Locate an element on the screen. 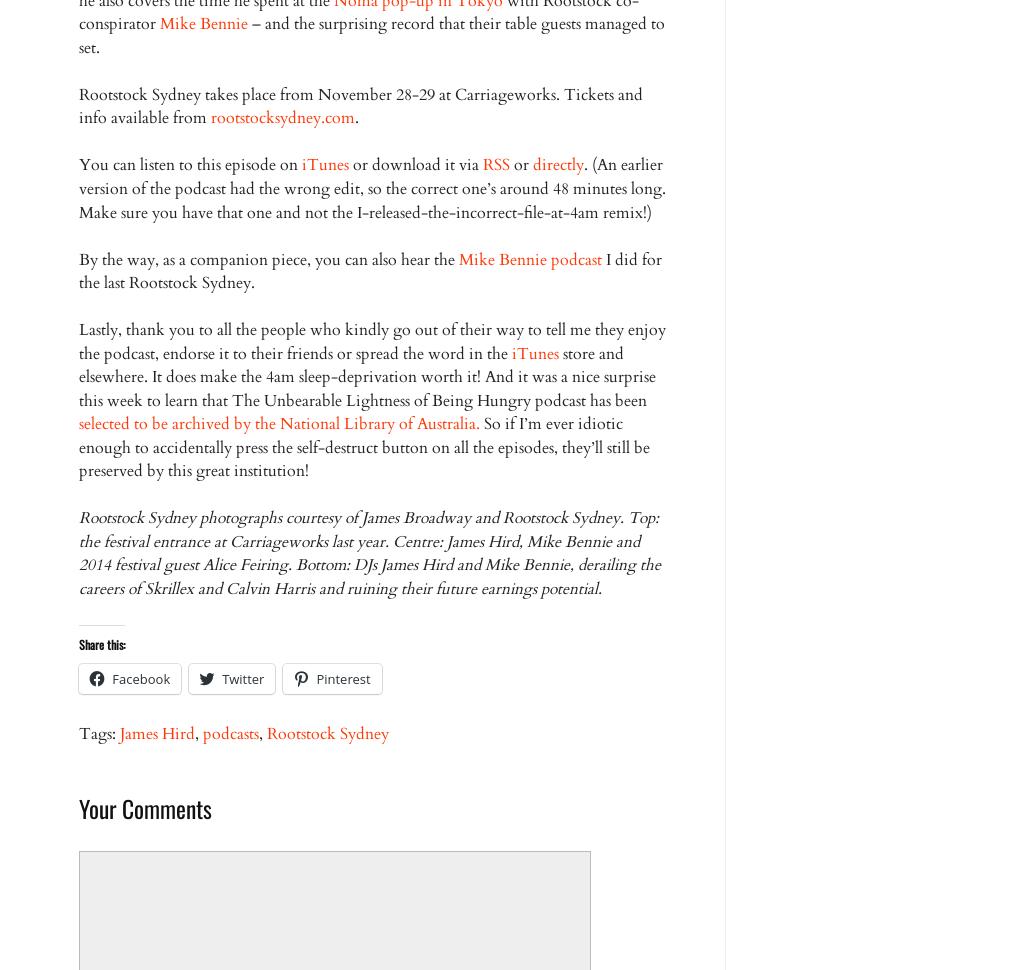 Image resolution: width=1013 pixels, height=970 pixels. 'RSS' is located at coordinates (495, 163).